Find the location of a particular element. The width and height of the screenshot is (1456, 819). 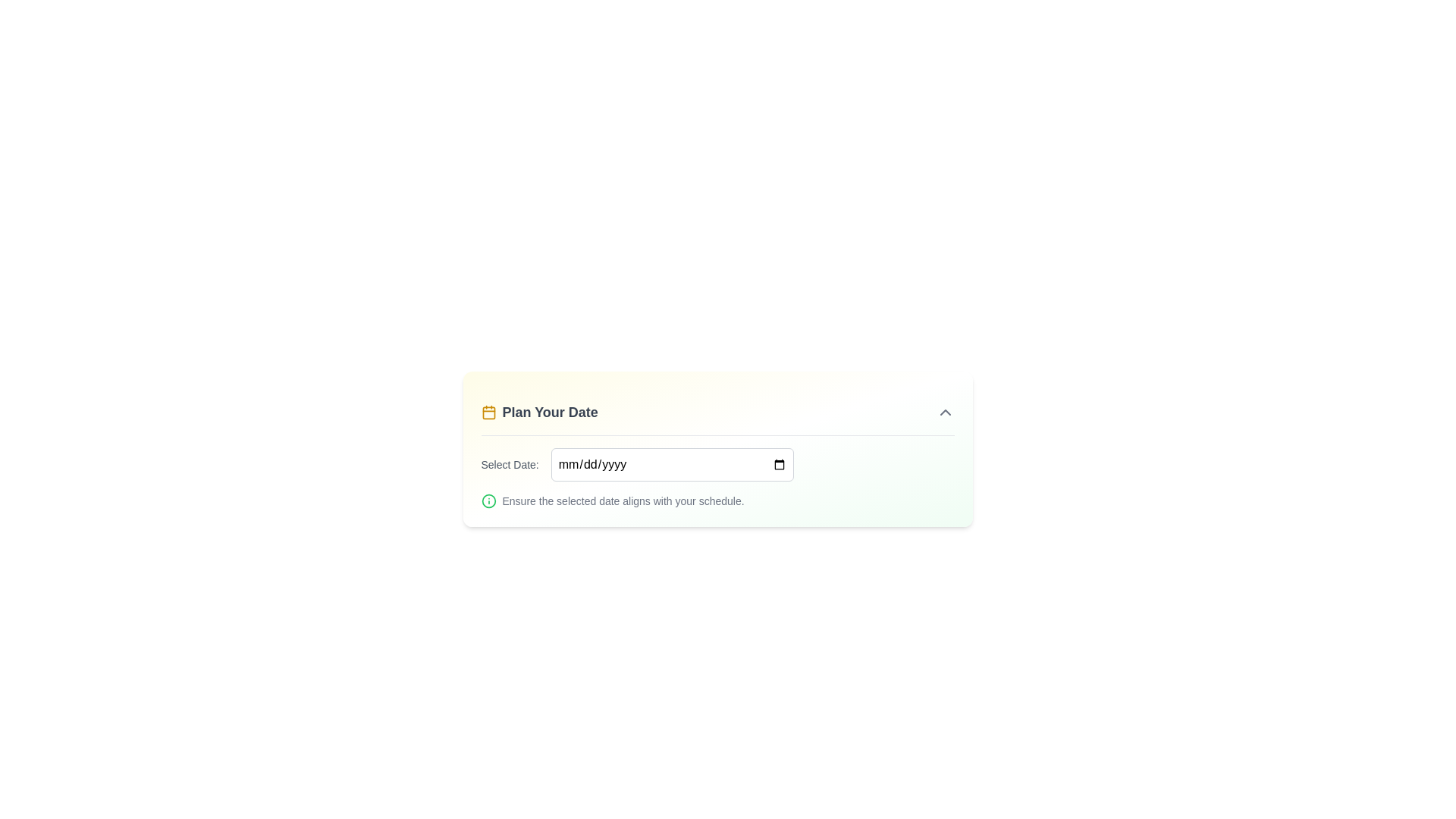

the Date input field labeled 'Select Date:' is located at coordinates (717, 464).